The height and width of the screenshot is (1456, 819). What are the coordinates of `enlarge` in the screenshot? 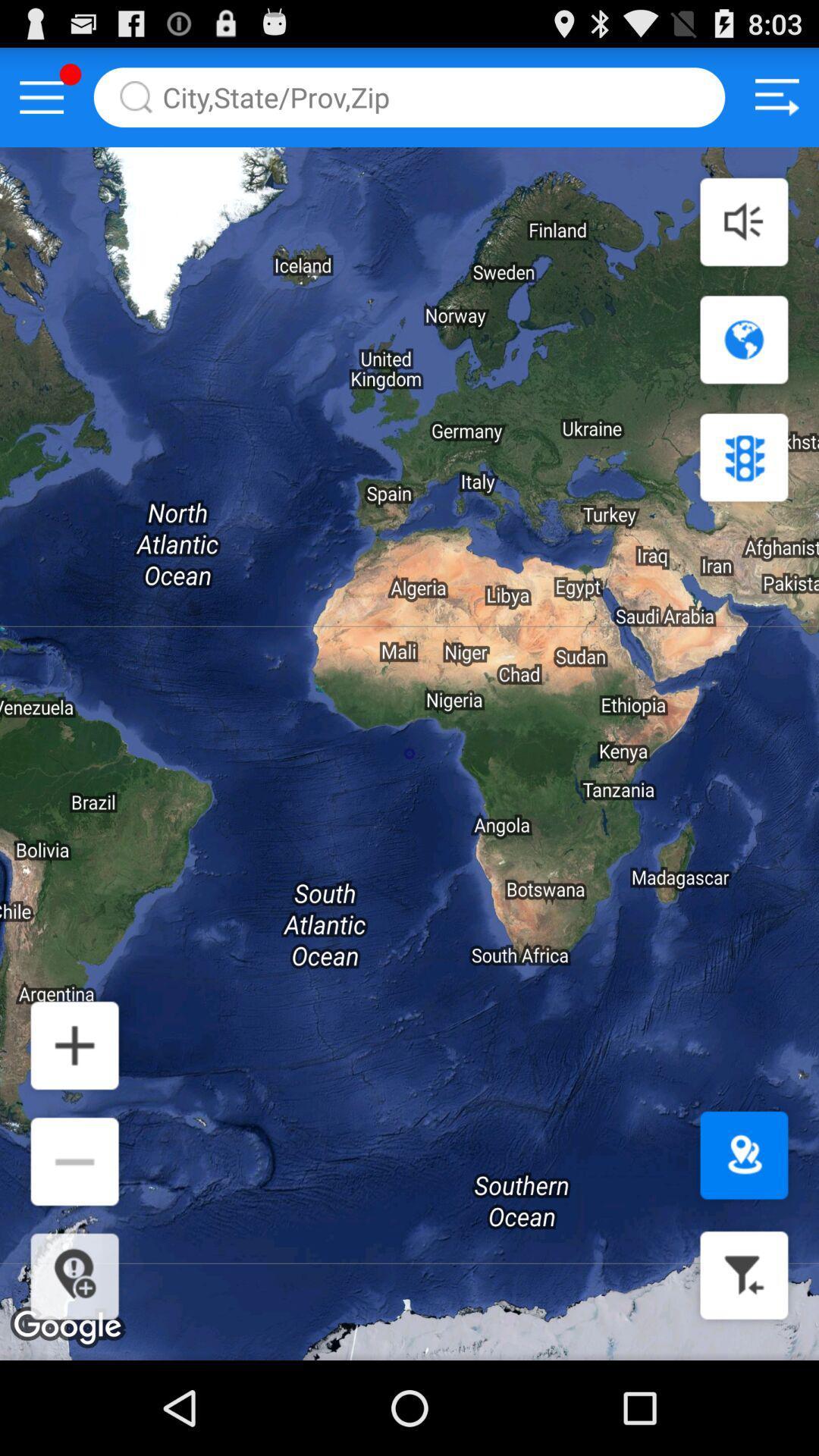 It's located at (74, 1044).